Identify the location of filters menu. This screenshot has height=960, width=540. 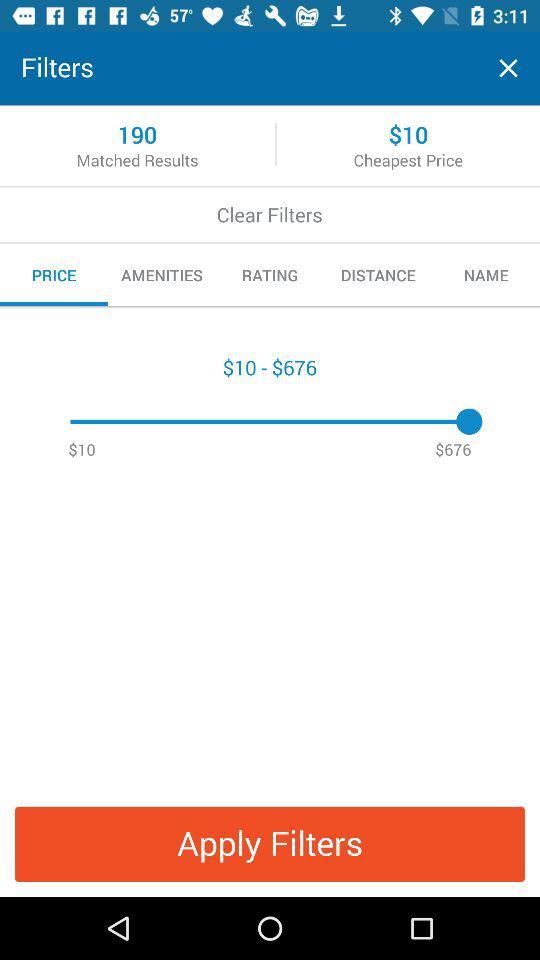
(508, 68).